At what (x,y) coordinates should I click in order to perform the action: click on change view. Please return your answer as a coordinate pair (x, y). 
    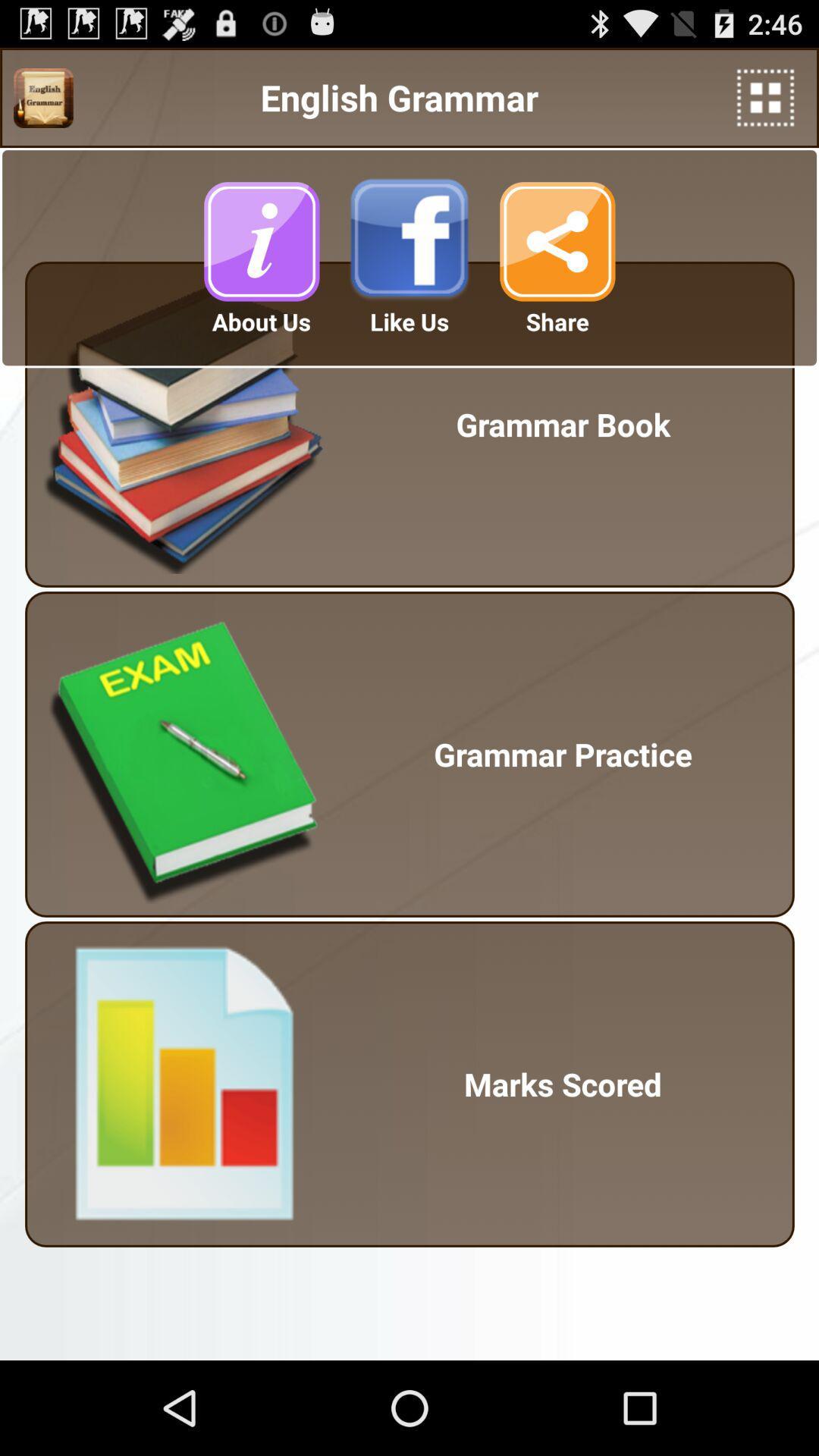
    Looking at the image, I should click on (765, 97).